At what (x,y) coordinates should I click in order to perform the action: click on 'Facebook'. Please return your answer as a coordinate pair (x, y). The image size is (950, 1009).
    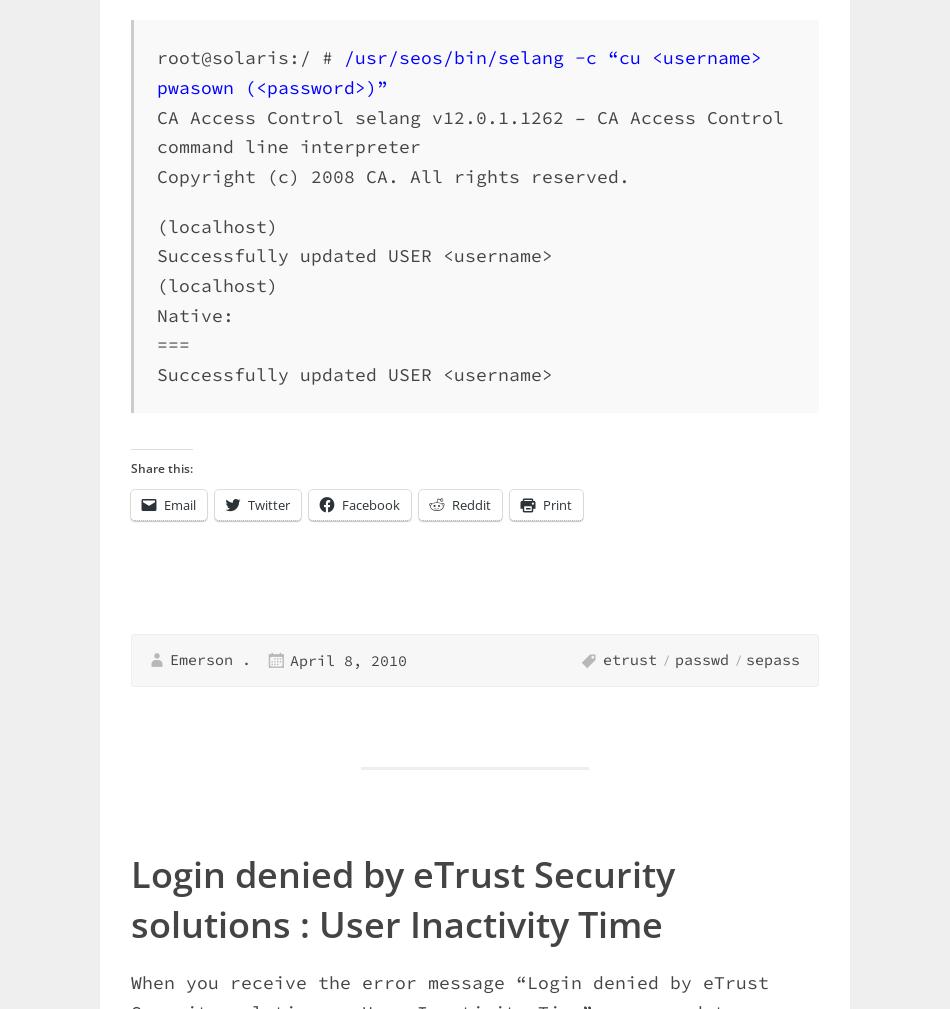
    Looking at the image, I should click on (369, 502).